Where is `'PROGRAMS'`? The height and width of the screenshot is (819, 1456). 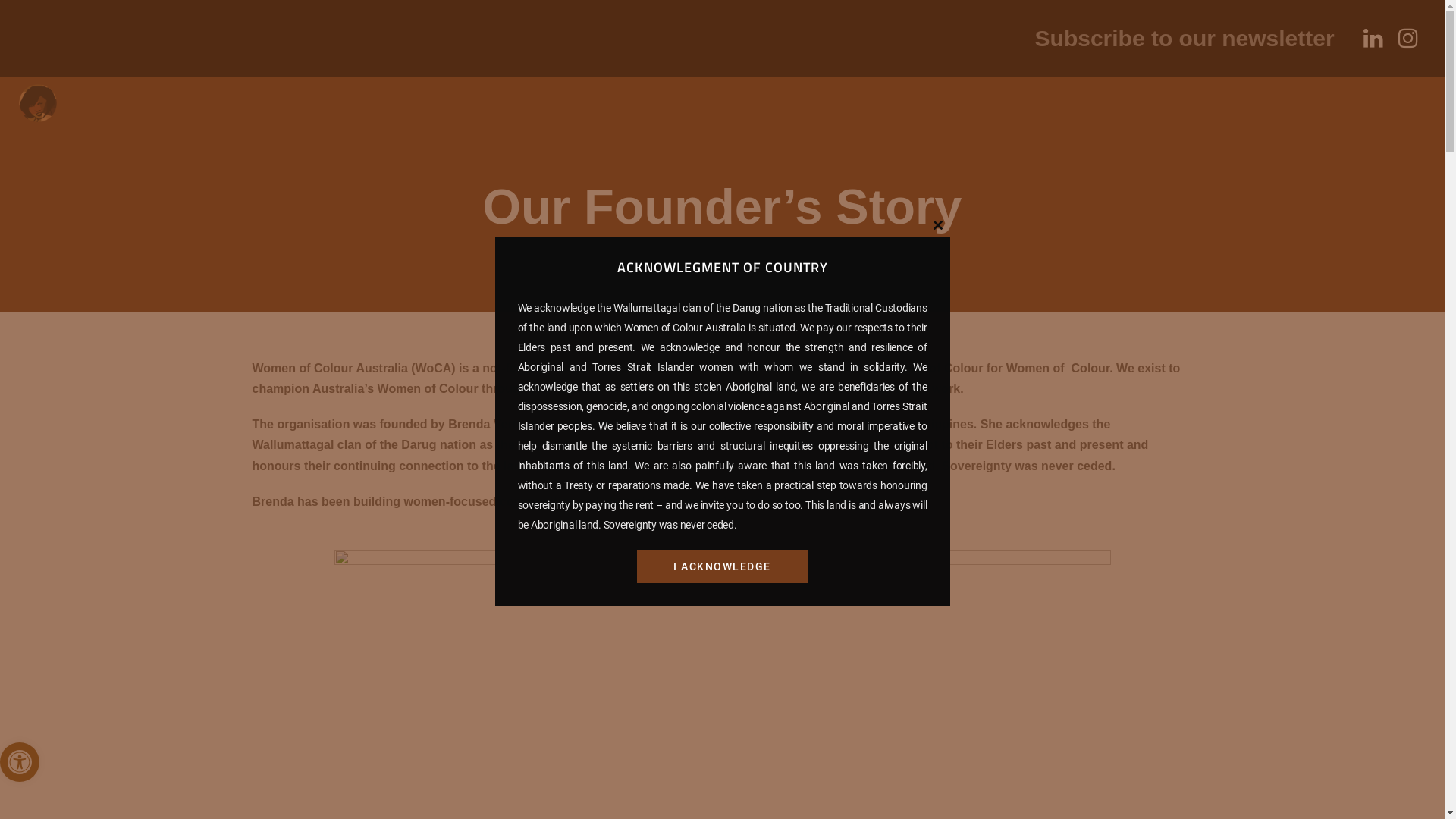
'PROGRAMS' is located at coordinates (257, 112).